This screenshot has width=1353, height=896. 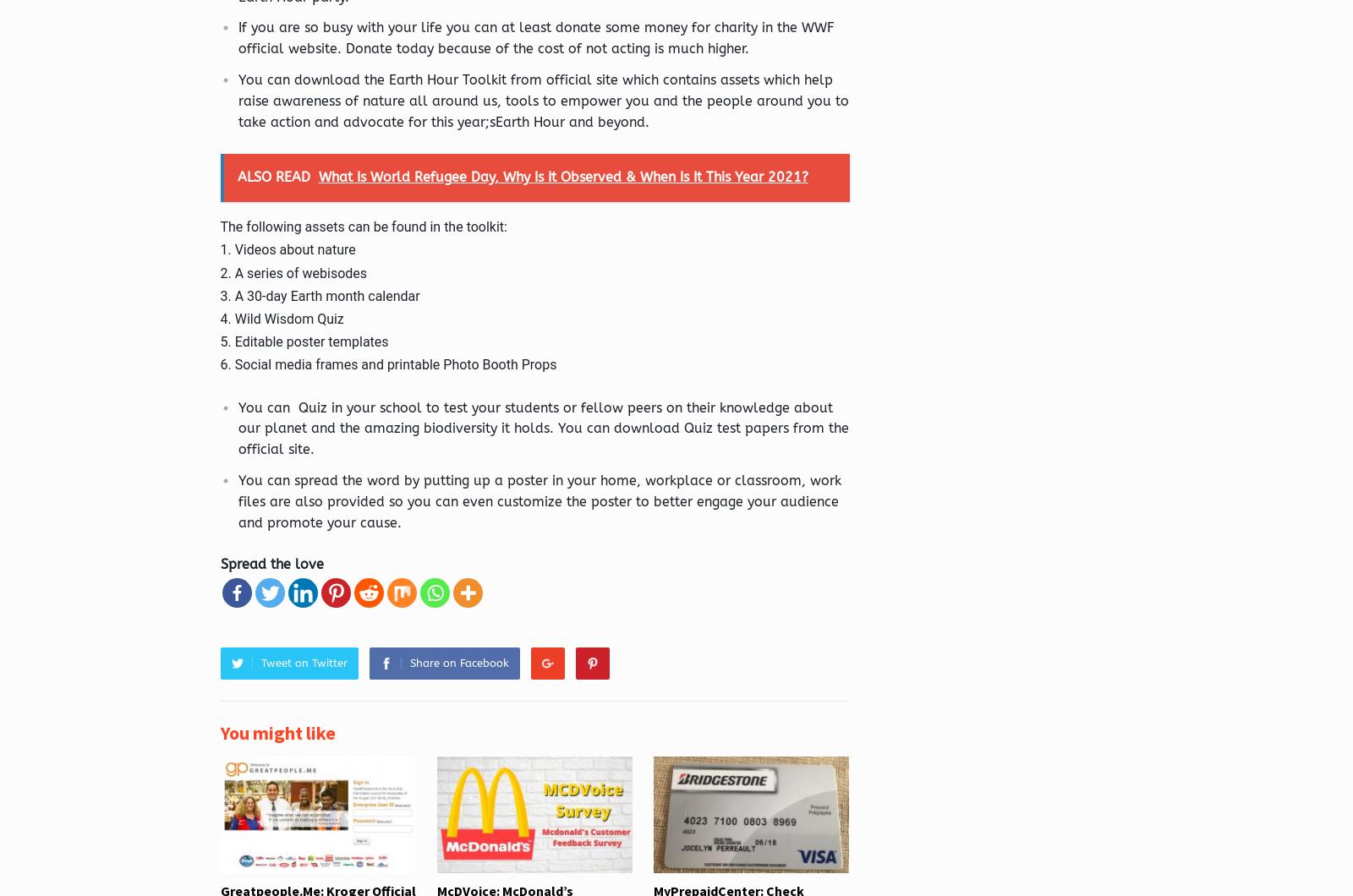 I want to click on 'ALSO READ', so click(x=237, y=176).